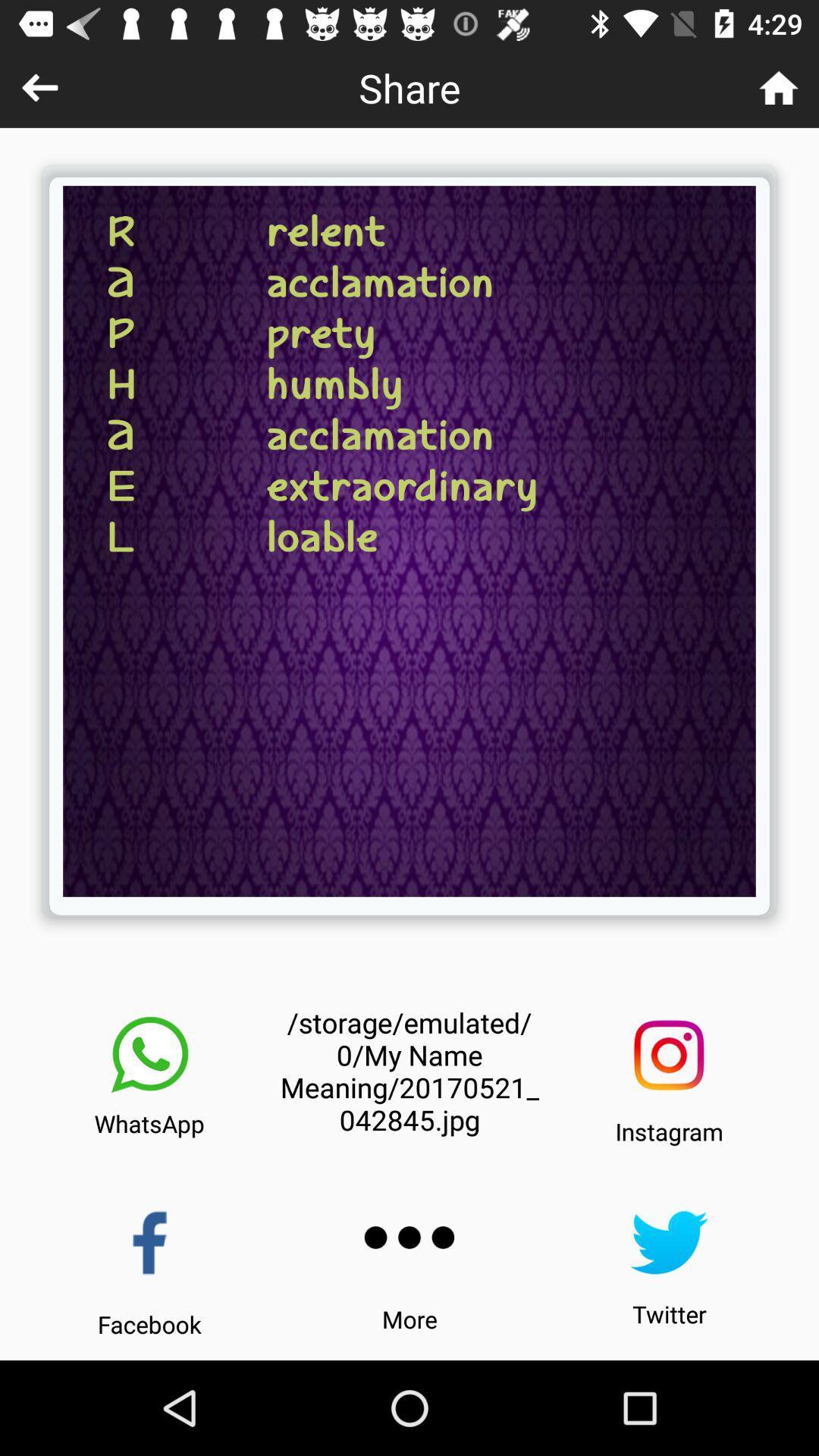  Describe the element at coordinates (668, 1054) in the screenshot. I see `the icon next to the storage emulated 0 icon` at that location.